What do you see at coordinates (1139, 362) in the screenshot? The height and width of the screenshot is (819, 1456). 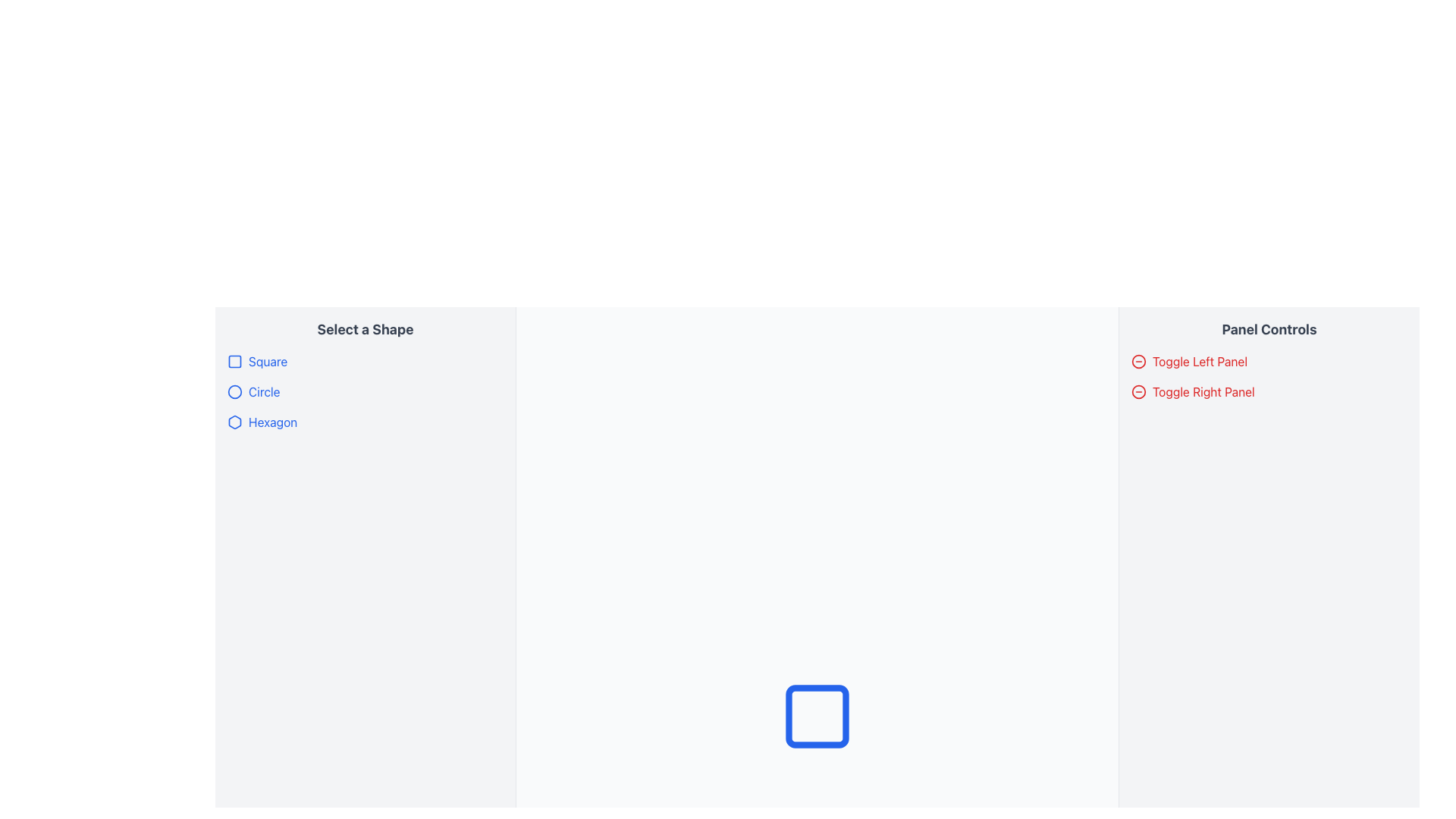 I see `the red circular minus icon located next to the 'Toggle Right Panel' text in the 'Panel Controls' section` at bounding box center [1139, 362].